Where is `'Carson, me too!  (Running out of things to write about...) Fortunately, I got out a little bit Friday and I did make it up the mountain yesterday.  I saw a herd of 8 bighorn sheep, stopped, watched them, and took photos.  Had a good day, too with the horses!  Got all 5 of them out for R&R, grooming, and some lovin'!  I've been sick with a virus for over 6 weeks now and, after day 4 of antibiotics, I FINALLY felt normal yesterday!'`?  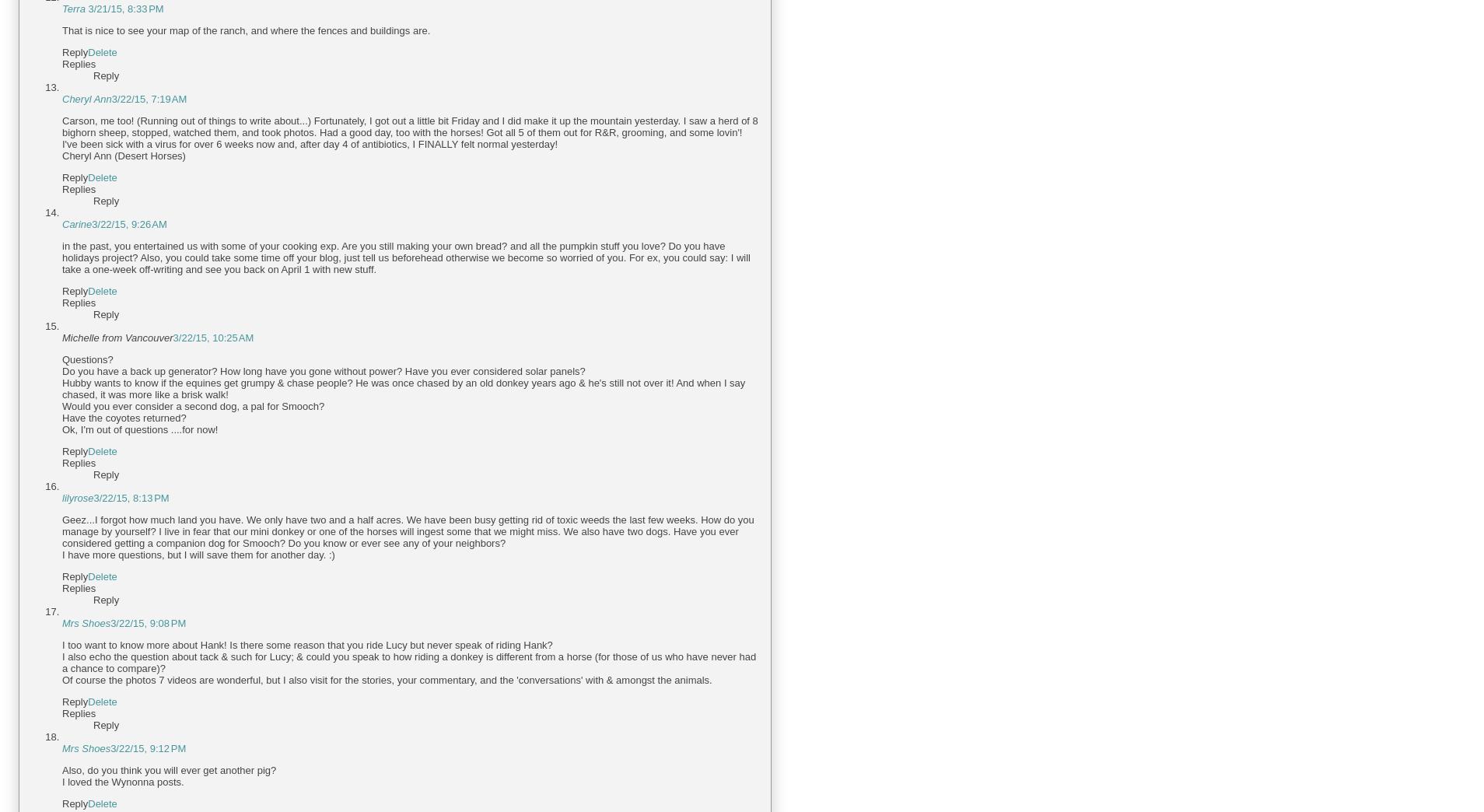 'Carson, me too!  (Running out of things to write about...) Fortunately, I got out a little bit Friday and I did make it up the mountain yesterday.  I saw a herd of 8 bighorn sheep, stopped, watched them, and took photos.  Had a good day, too with the horses!  Got all 5 of them out for R&R, grooming, and some lovin'!  I've been sick with a virus for over 6 weeks now and, after day 4 of antibiotics, I FINALLY felt normal yesterday!' is located at coordinates (408, 131).